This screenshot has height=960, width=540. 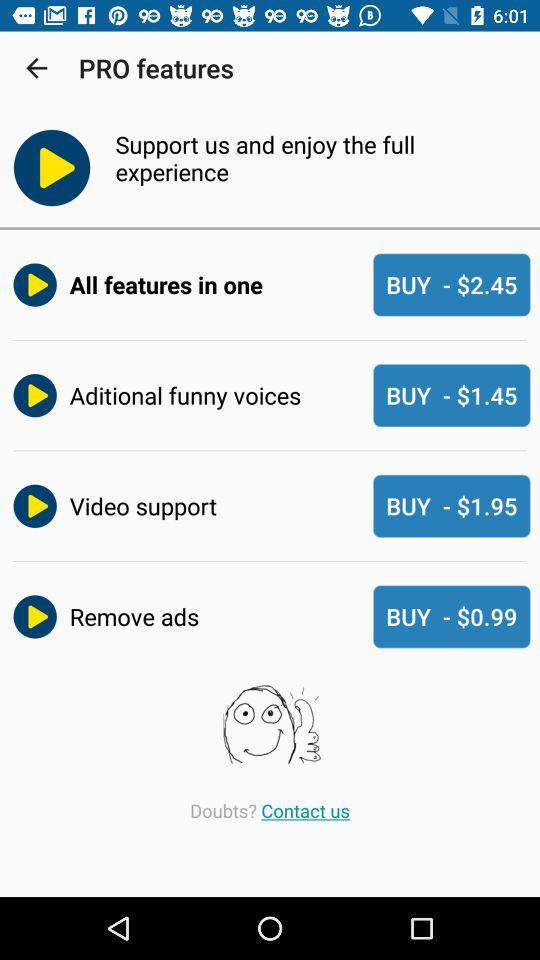 What do you see at coordinates (45, 167) in the screenshot?
I see `the play icon` at bounding box center [45, 167].